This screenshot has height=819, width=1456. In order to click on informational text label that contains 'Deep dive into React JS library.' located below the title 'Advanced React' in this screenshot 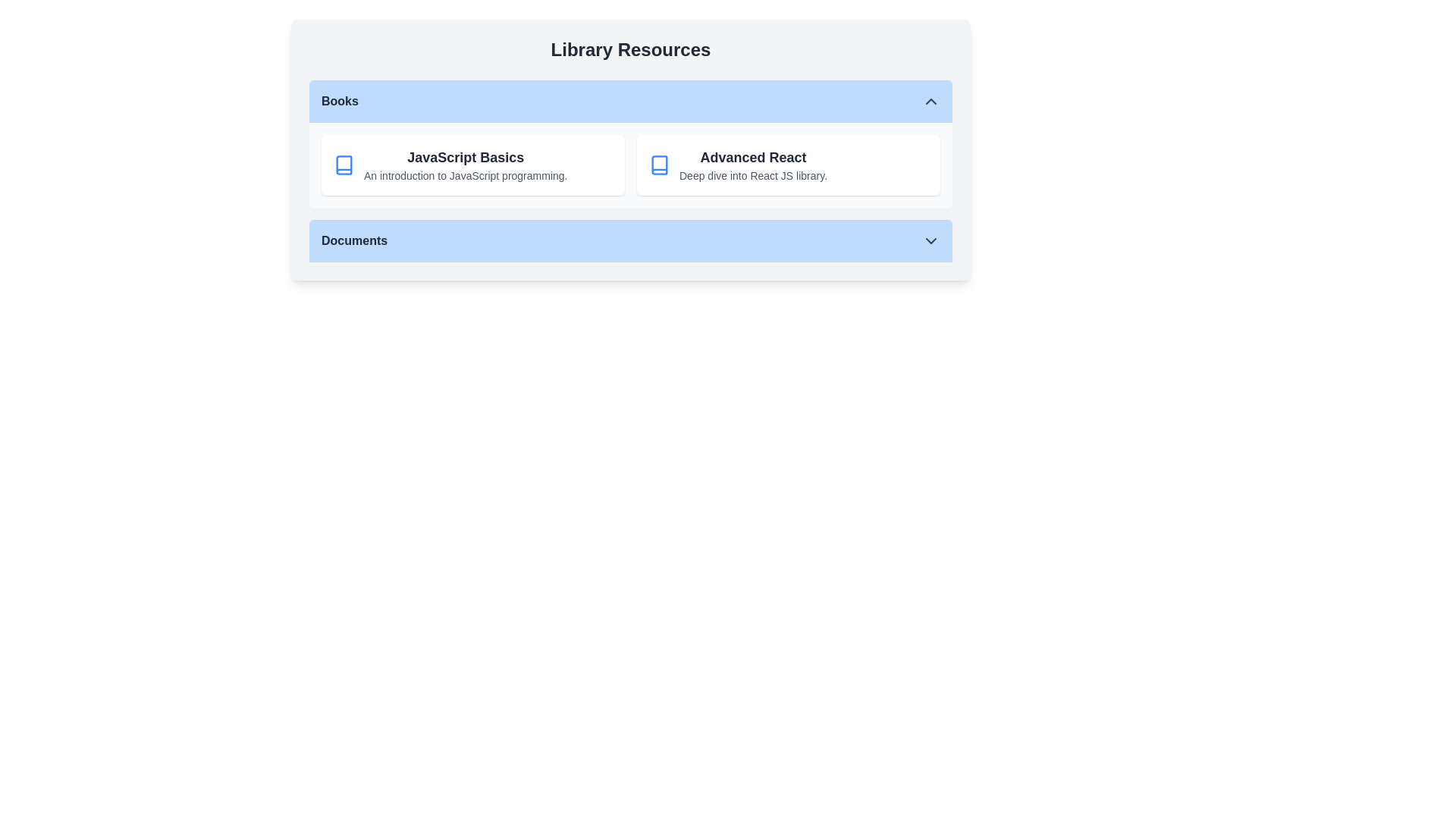, I will do `click(753, 174)`.